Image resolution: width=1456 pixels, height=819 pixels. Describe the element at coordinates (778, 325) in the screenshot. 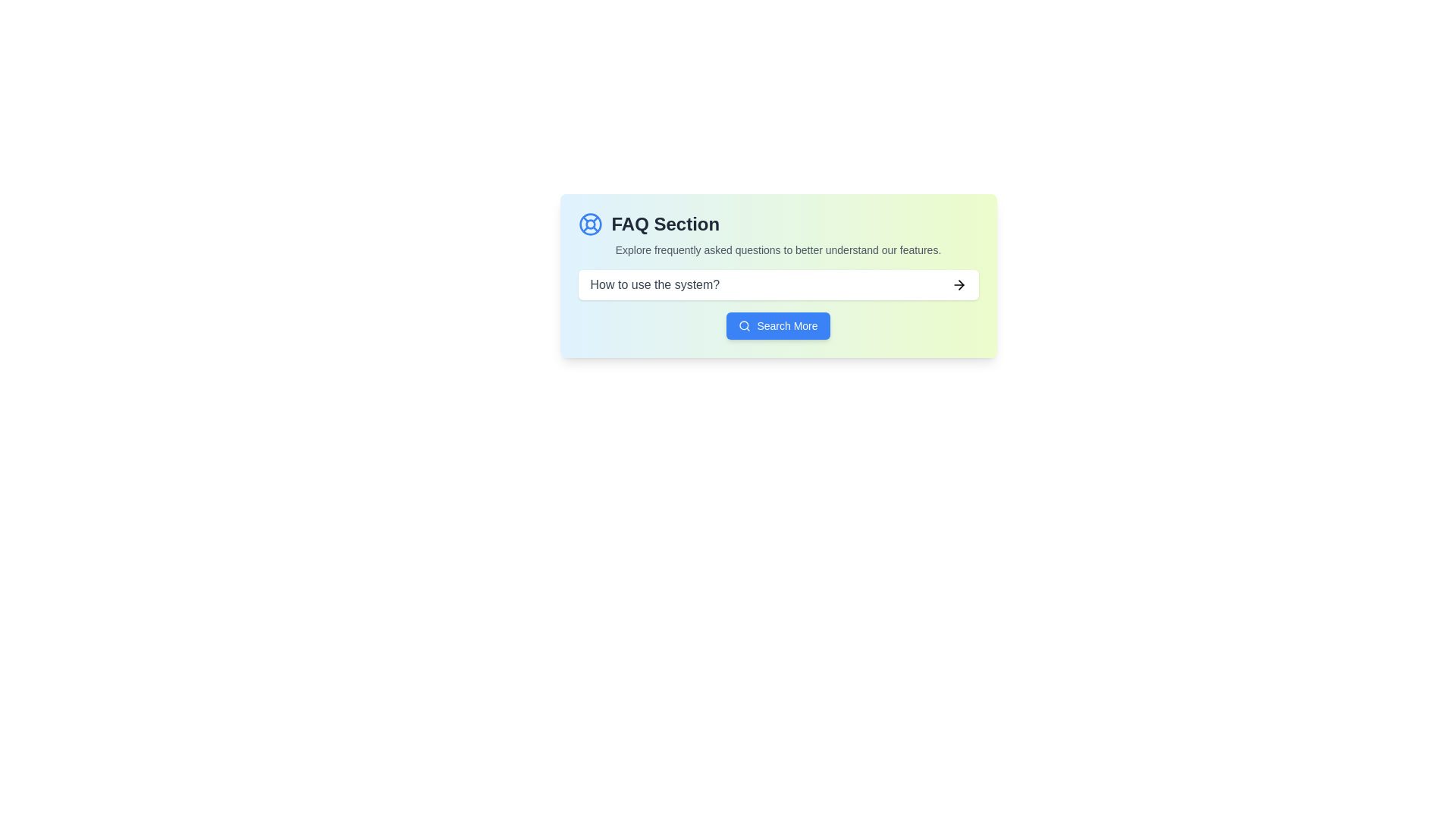

I see `the button located at the bottom center of the FAQ section to observe the hover effect` at that location.